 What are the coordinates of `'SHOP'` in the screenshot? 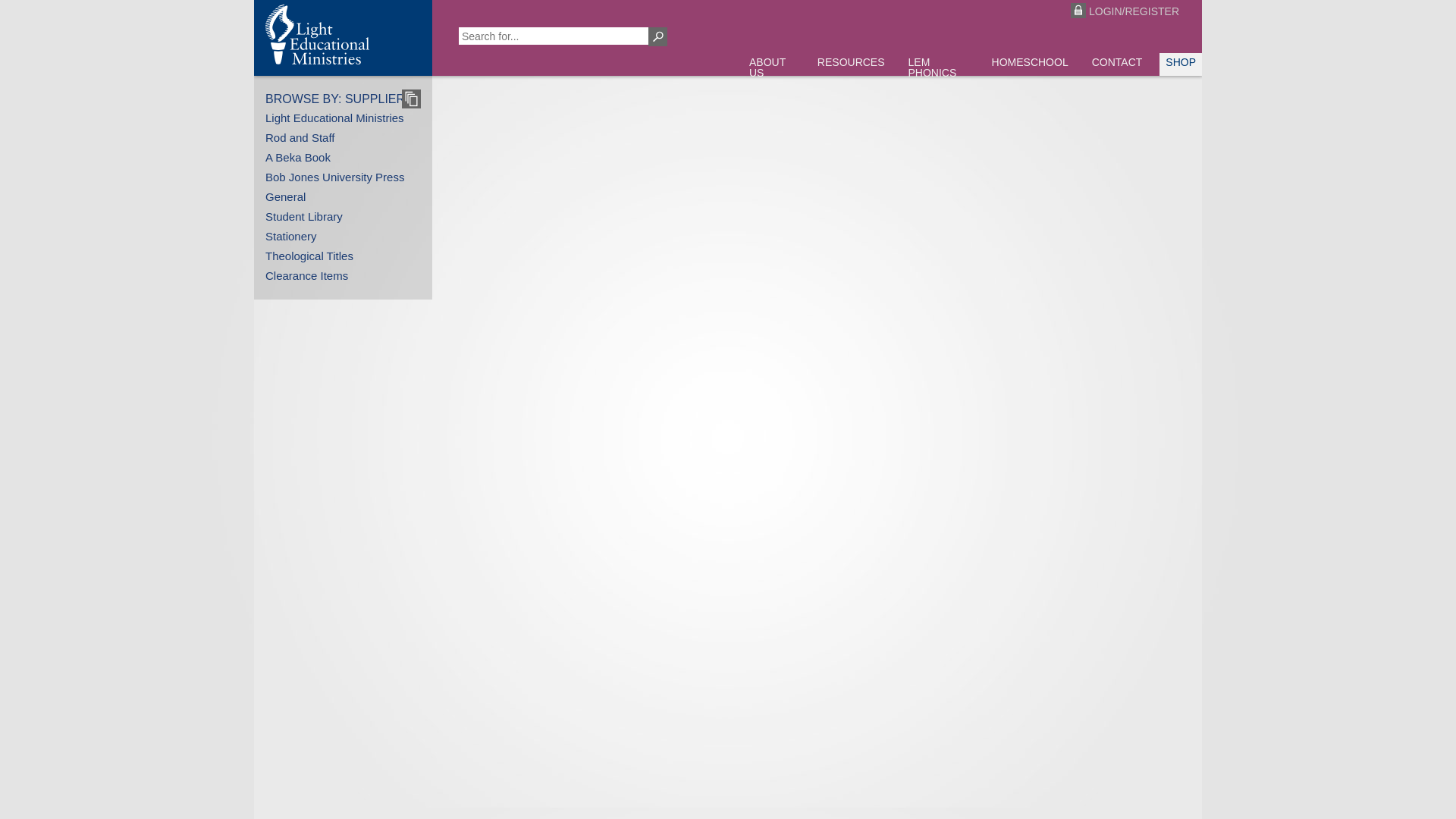 It's located at (1159, 63).